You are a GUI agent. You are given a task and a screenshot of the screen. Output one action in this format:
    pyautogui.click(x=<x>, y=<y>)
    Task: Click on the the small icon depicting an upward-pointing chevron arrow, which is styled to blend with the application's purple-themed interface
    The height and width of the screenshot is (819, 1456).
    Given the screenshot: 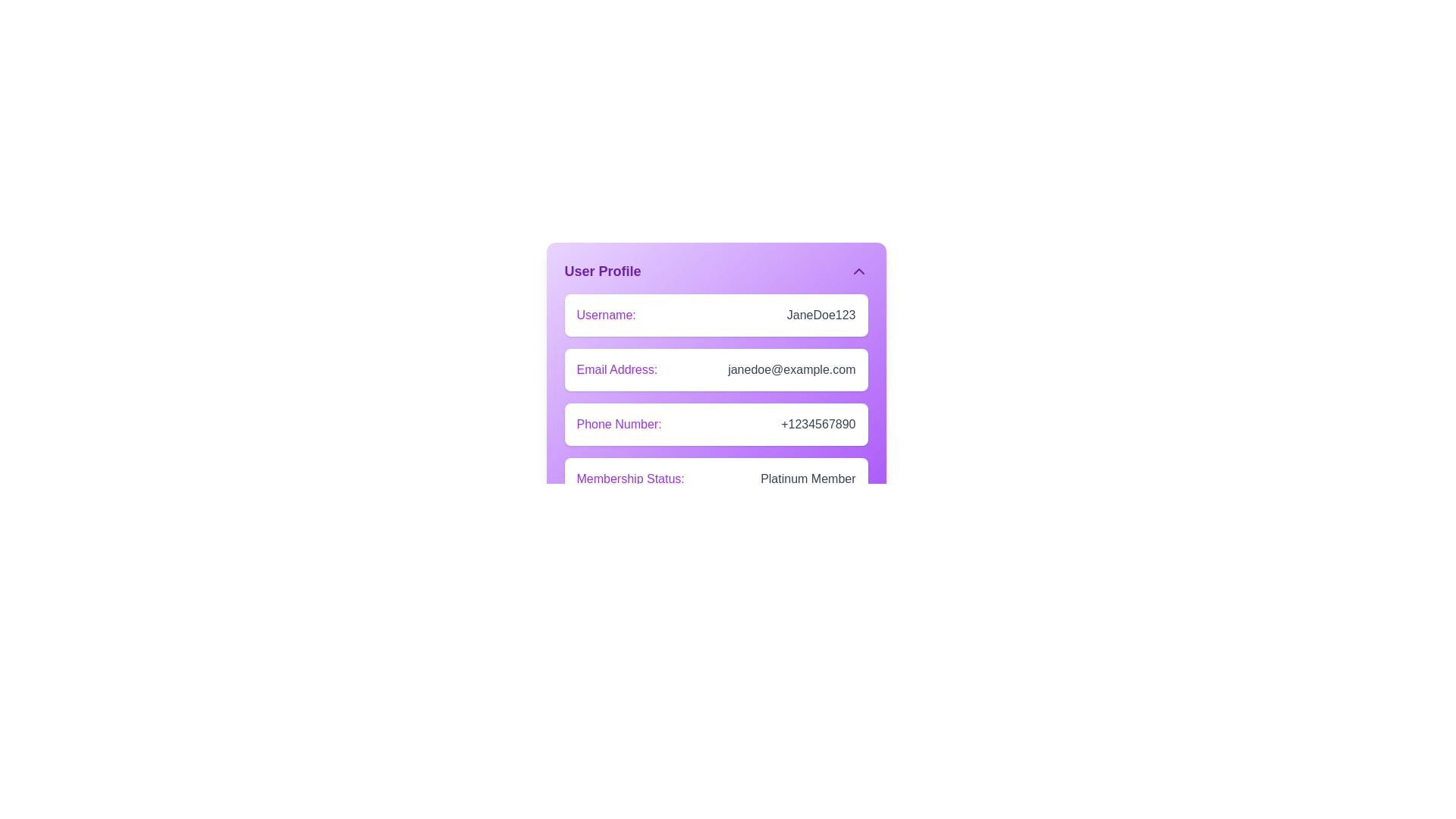 What is the action you would take?
    pyautogui.click(x=858, y=271)
    